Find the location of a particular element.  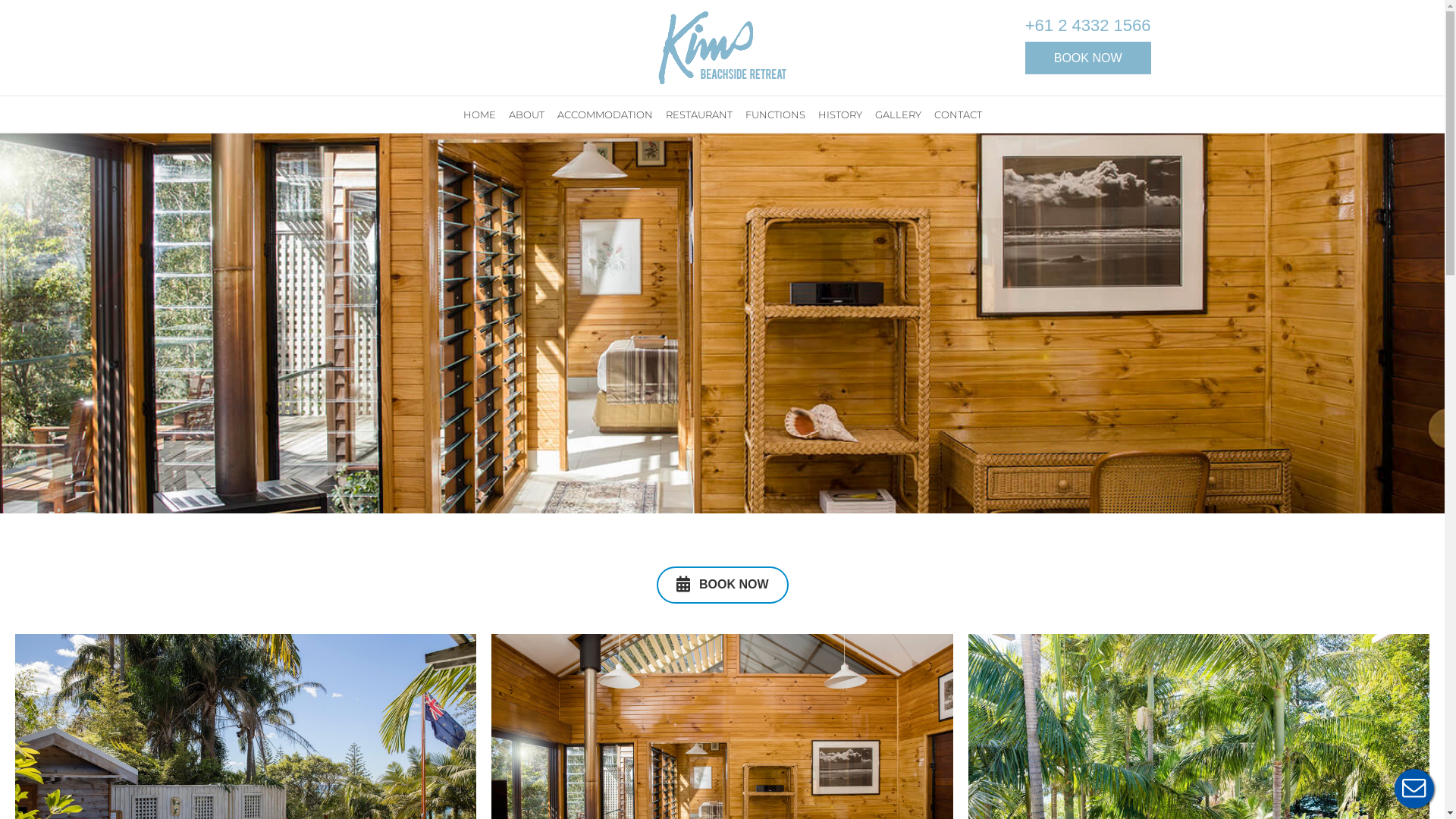

'FUNCTIONS' is located at coordinates (739, 113).